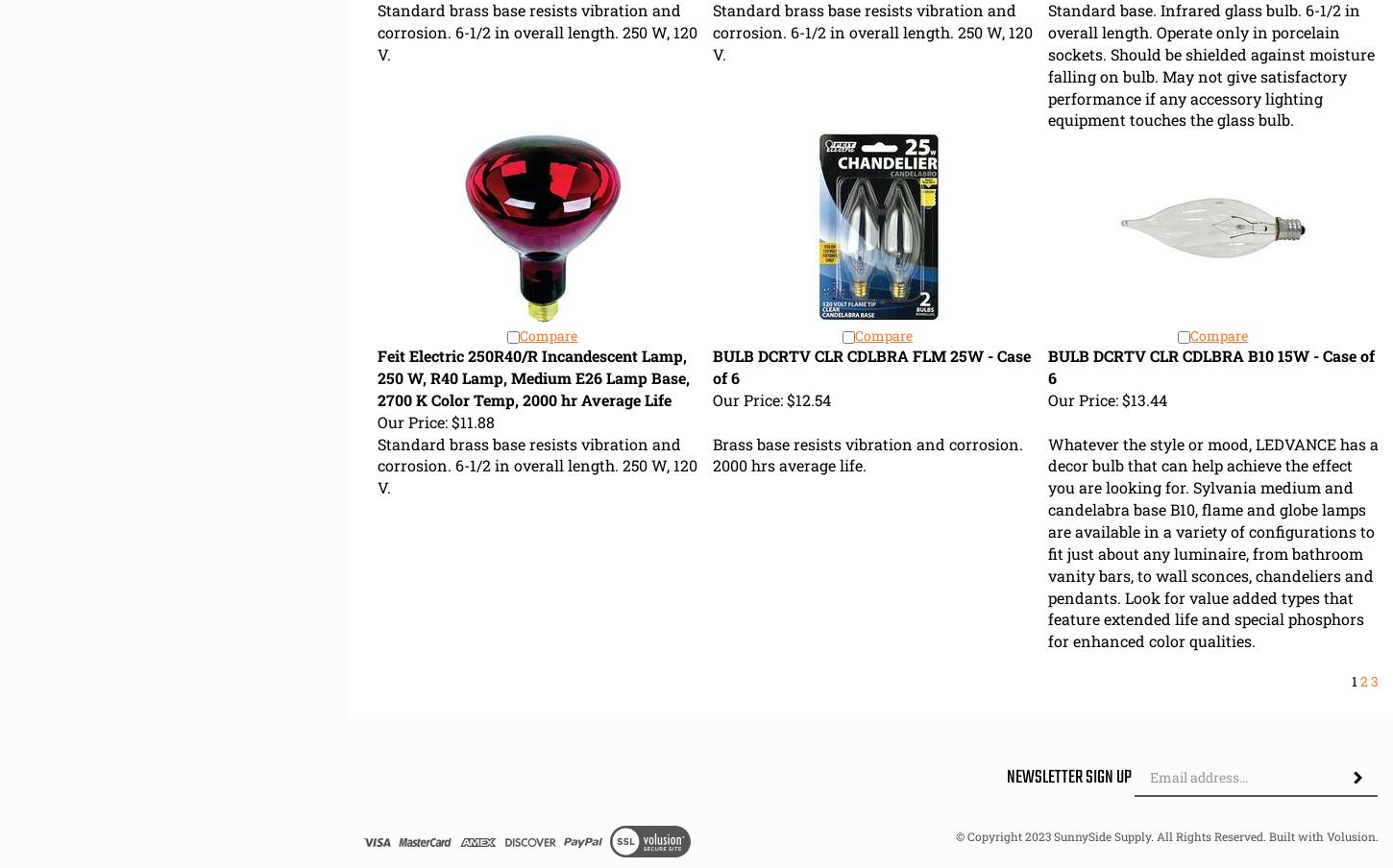  Describe the element at coordinates (1102, 835) in the screenshot. I see `'SunnySide Supply.'` at that location.